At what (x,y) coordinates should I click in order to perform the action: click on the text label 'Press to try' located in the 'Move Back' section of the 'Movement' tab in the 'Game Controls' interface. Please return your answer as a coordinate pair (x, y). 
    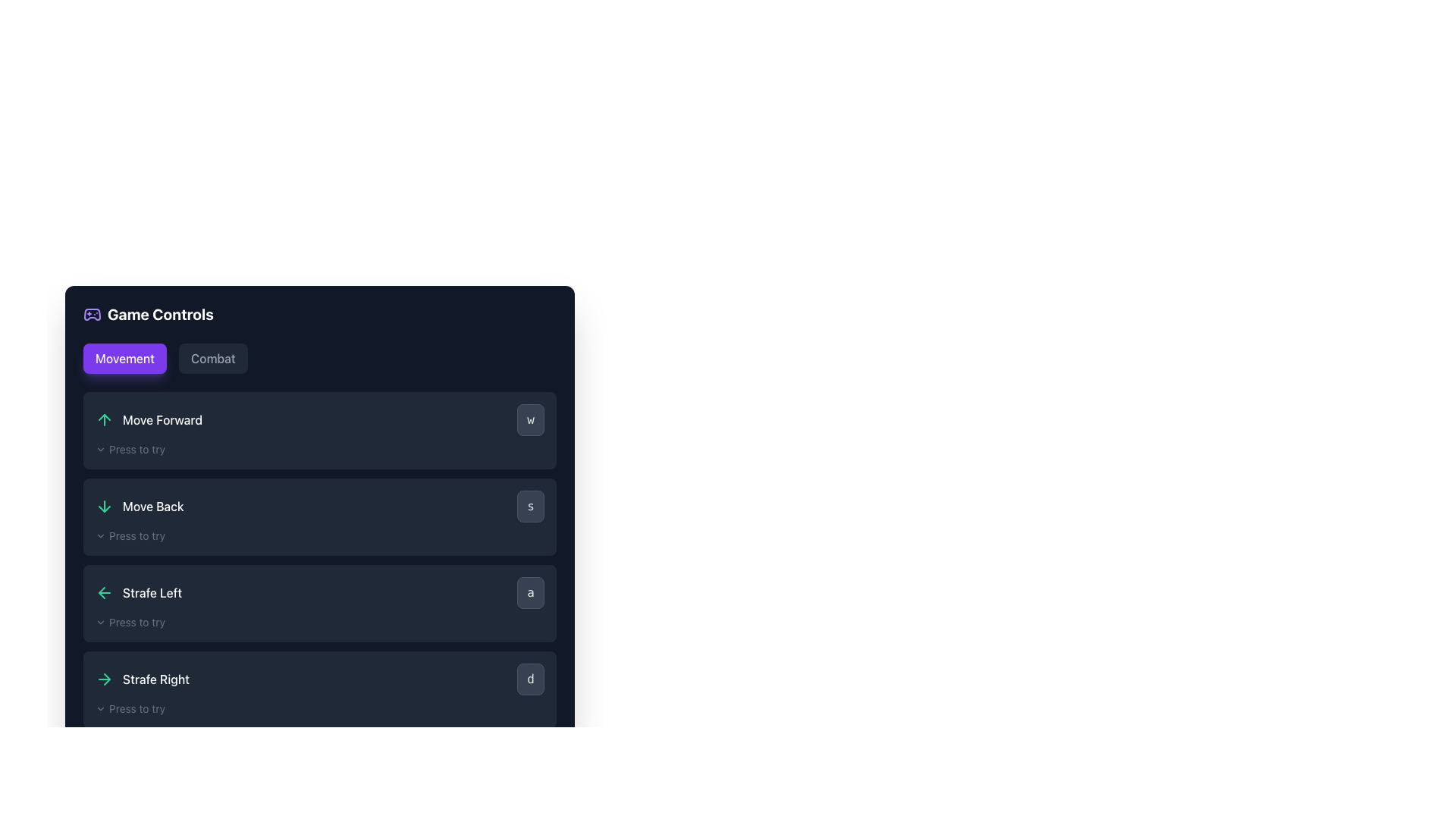
    Looking at the image, I should click on (137, 535).